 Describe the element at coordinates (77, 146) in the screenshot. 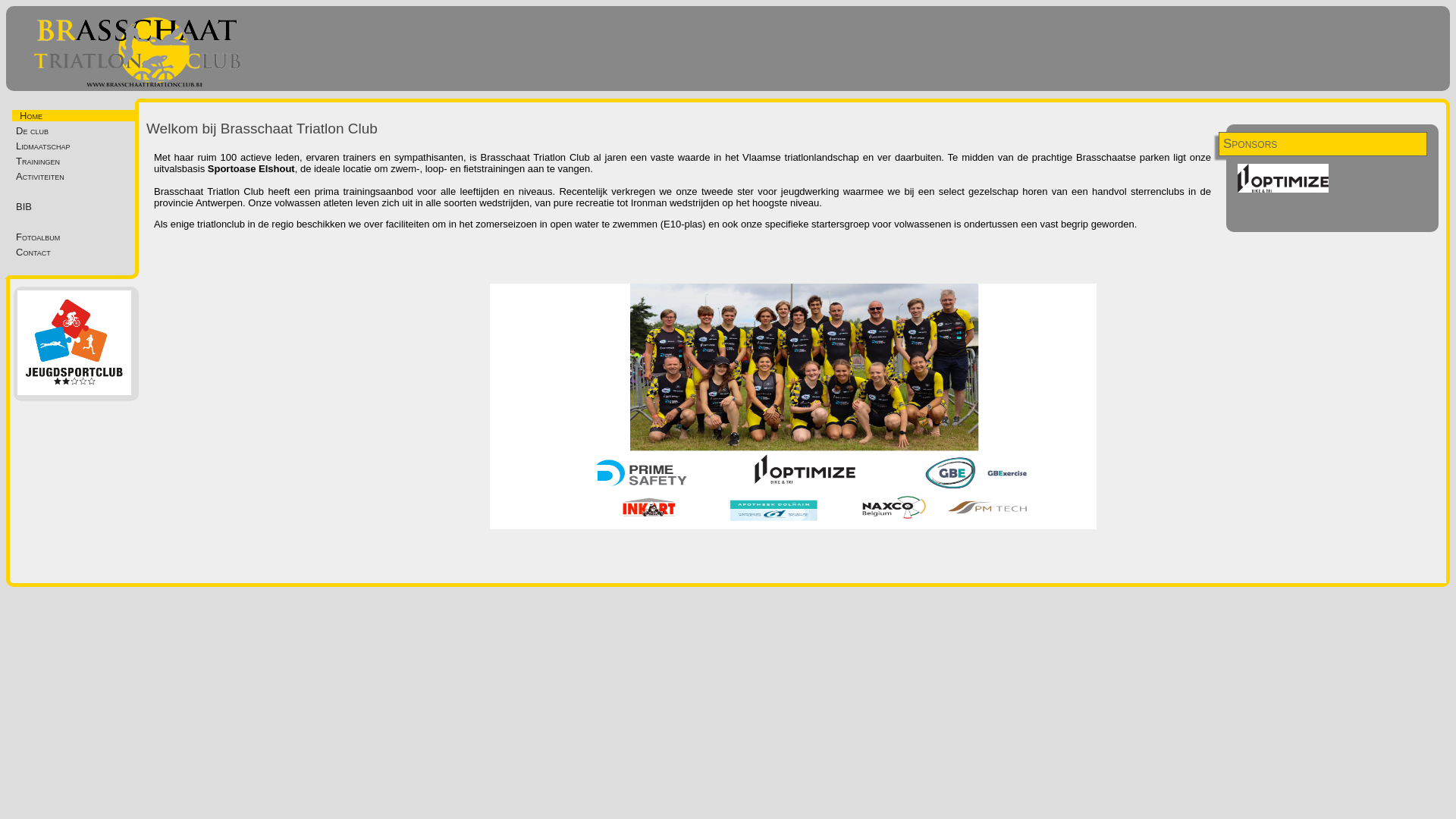

I see `'Lidmaatschap'` at that location.